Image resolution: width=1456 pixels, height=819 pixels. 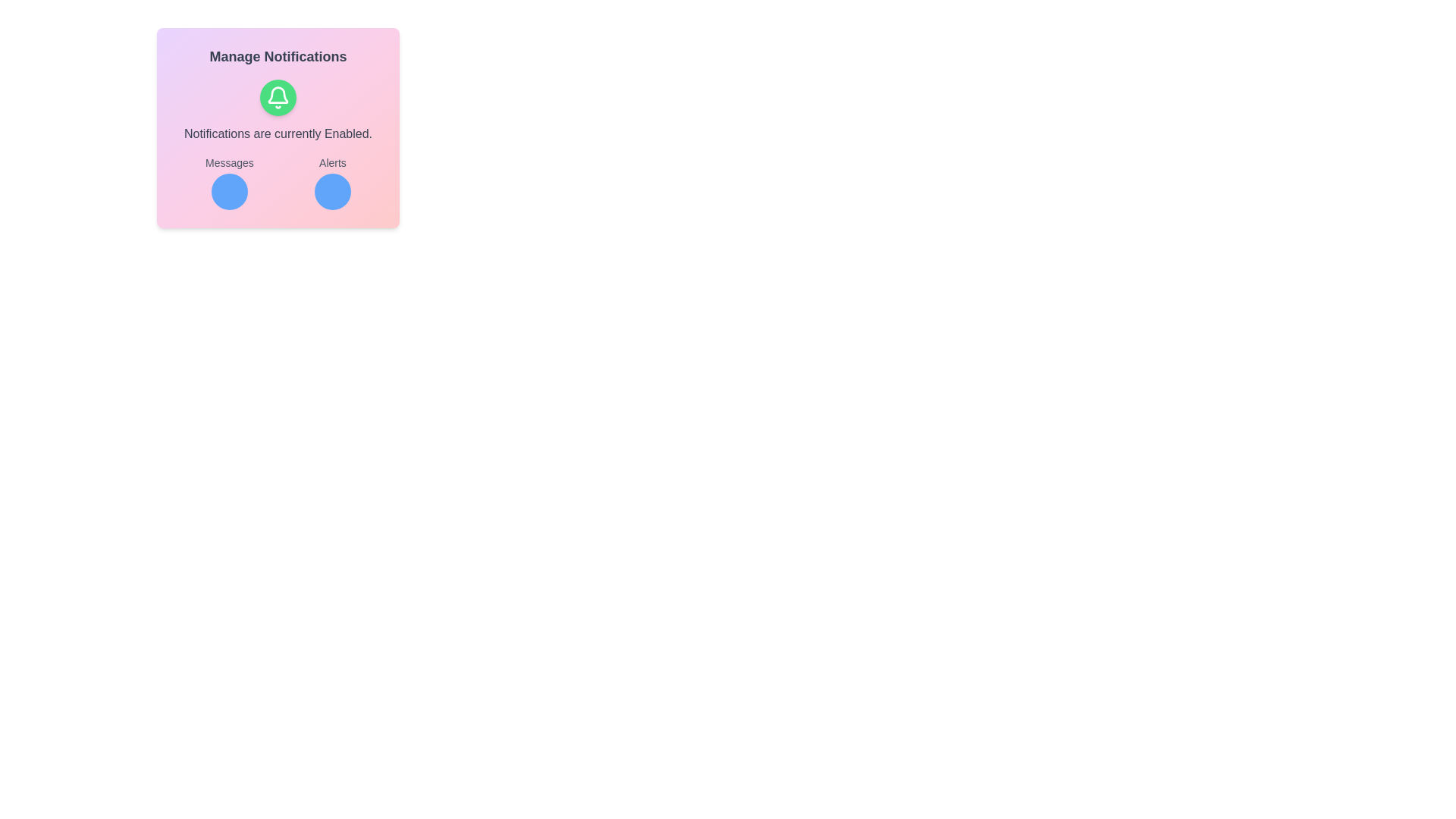 I want to click on the bell icon representing notification settings located in the center of the notification settings panel, directly below 'Manage Notifications', so click(x=278, y=97).